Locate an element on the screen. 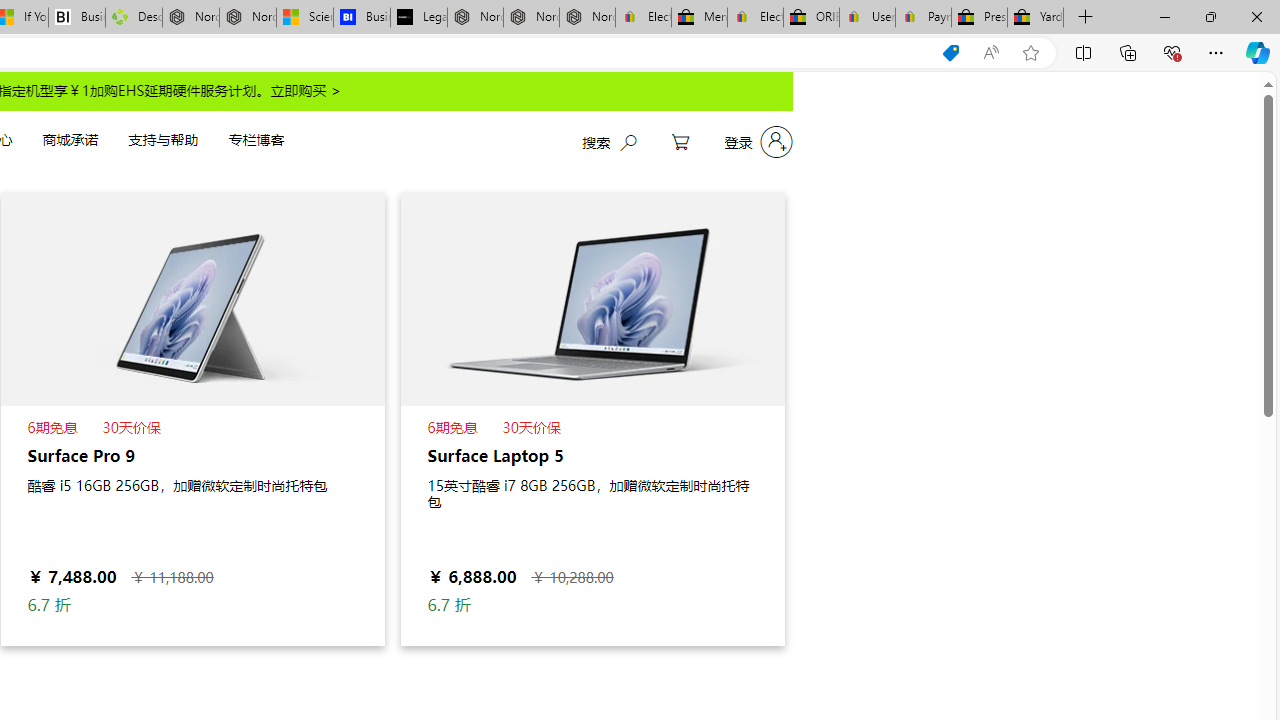 This screenshot has width=1280, height=720. 'Add this page to favorites (Ctrl+D)' is located at coordinates (1031, 52).